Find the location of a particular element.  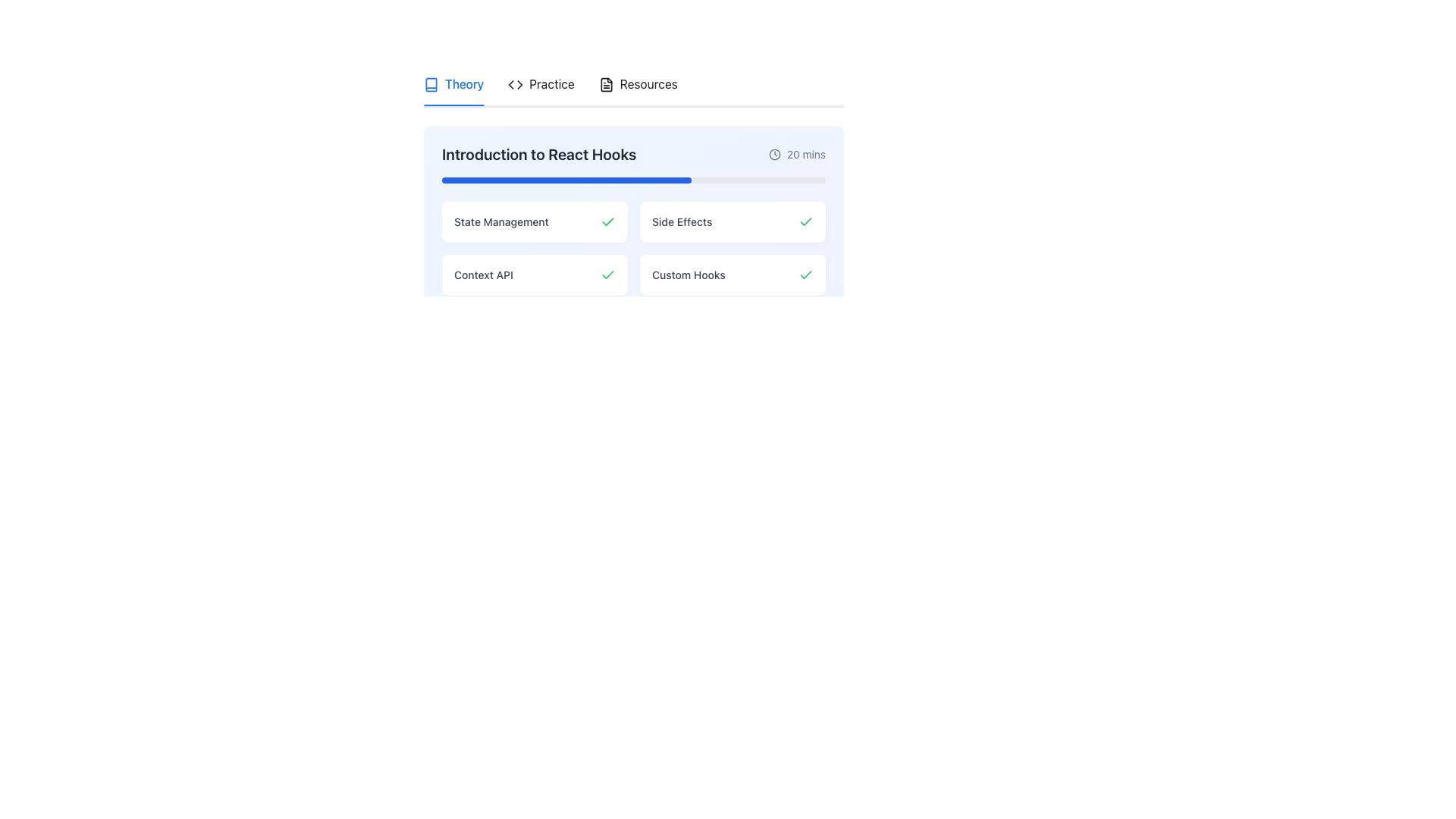

the green check icon located to the right of the 'Context API' text, which is styled with a modern, minimalistic design and enclosed within a transparent square is located at coordinates (607, 275).